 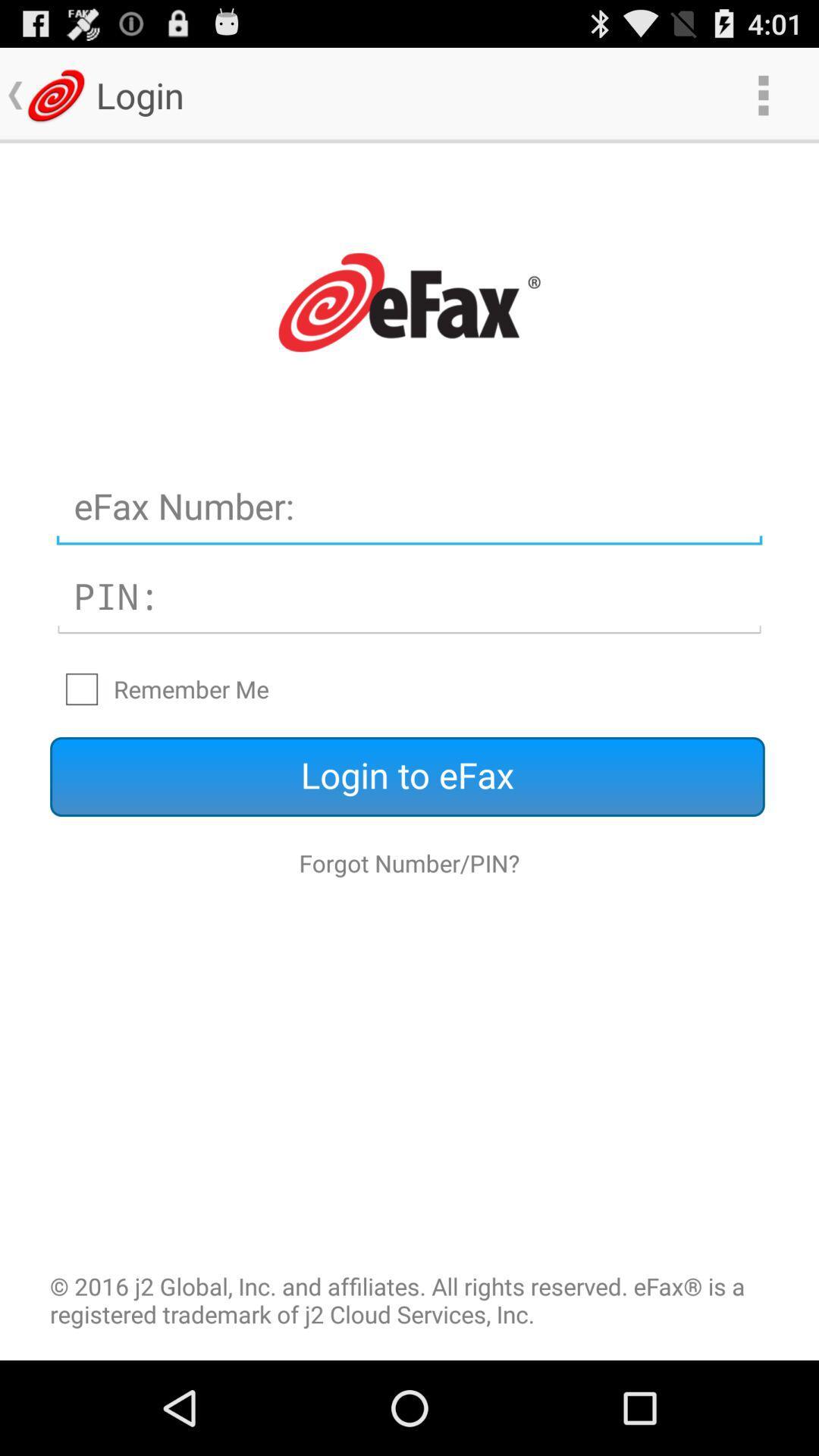 What do you see at coordinates (763, 94) in the screenshot?
I see `the item next to login` at bounding box center [763, 94].